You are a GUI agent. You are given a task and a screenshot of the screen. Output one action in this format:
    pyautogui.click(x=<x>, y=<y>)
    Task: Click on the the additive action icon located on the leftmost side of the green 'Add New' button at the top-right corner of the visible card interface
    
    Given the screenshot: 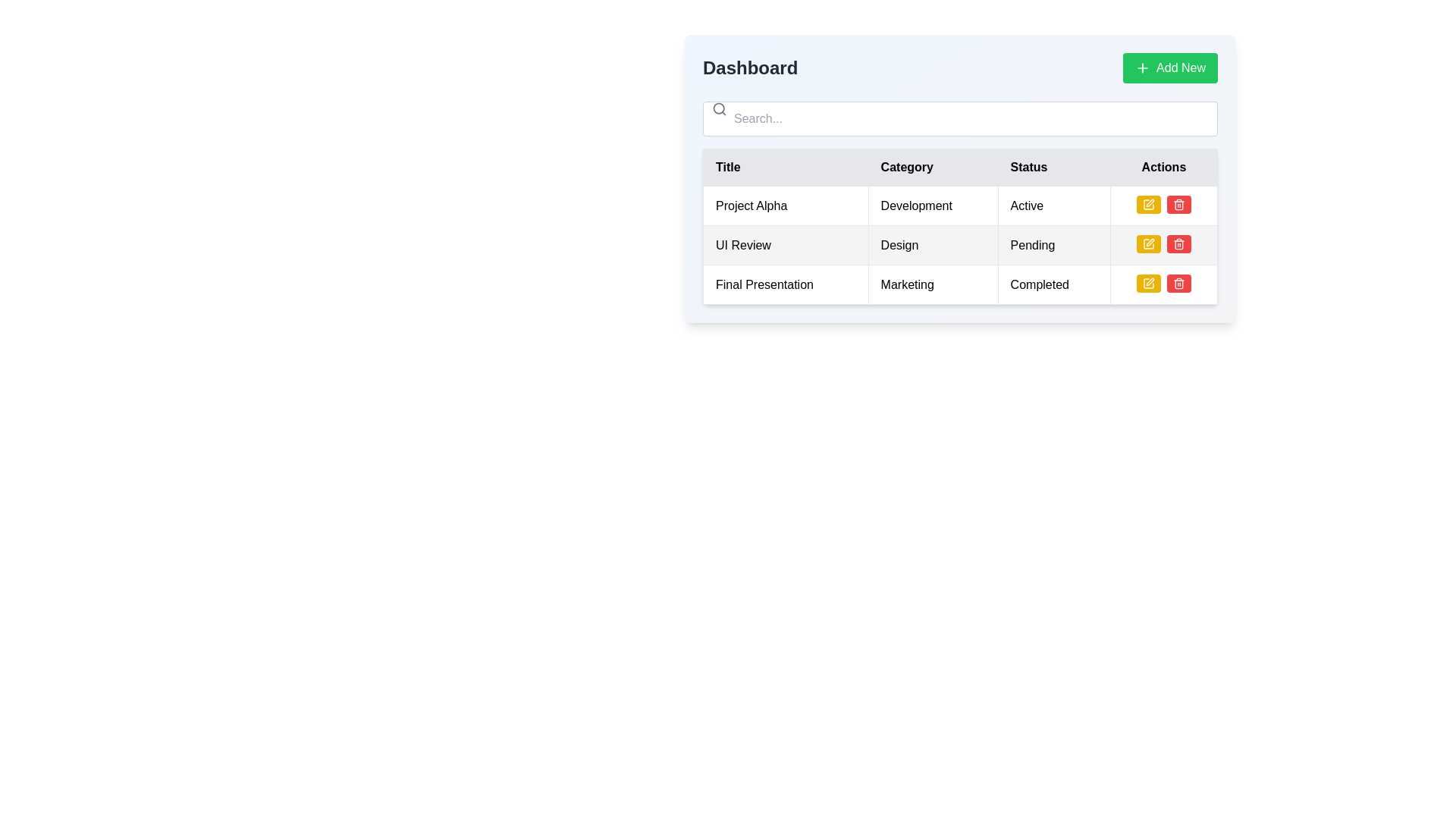 What is the action you would take?
    pyautogui.click(x=1143, y=67)
    